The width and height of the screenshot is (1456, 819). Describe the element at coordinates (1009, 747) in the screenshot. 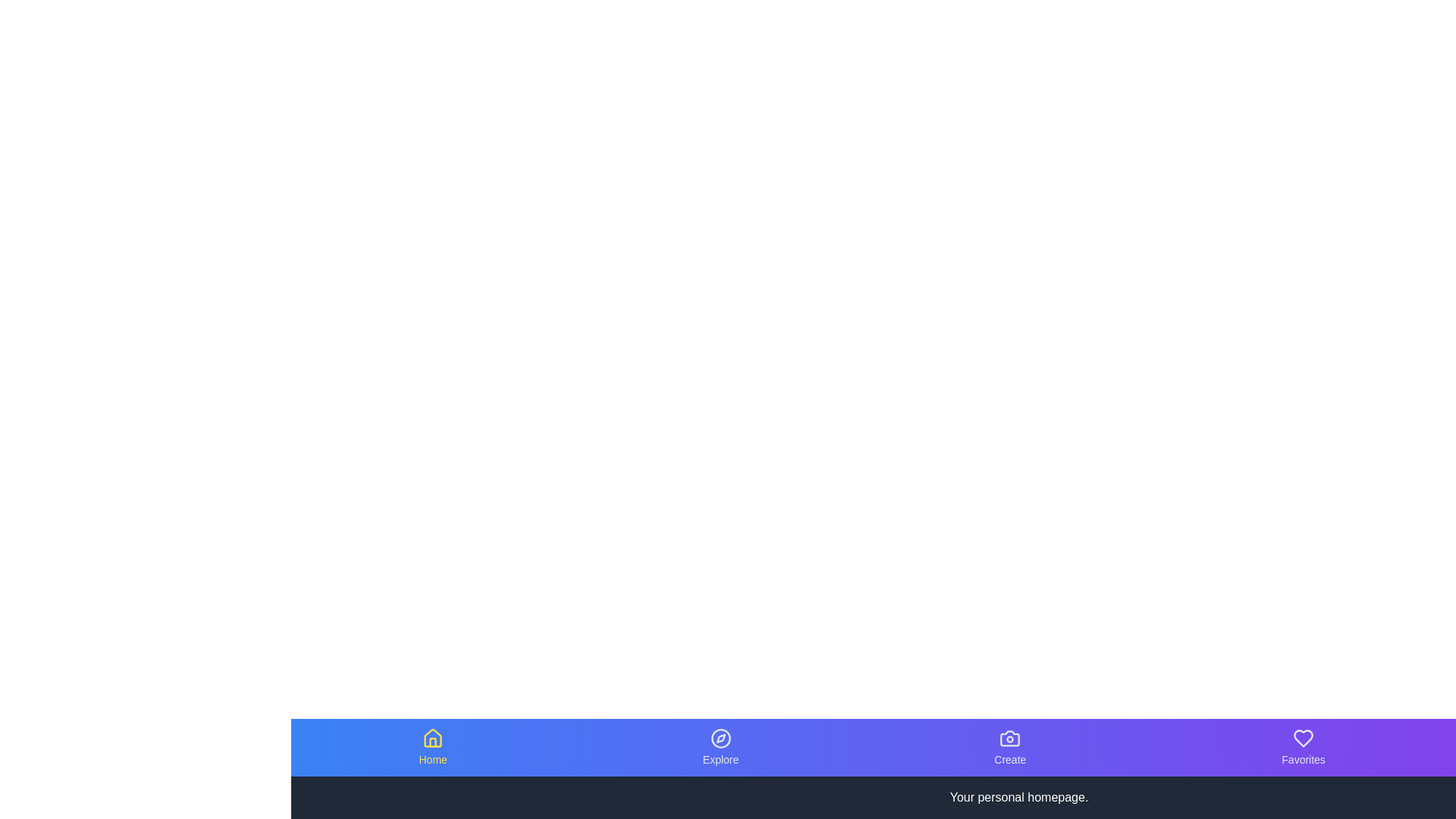

I see `the Create tab in the bottom navigation bar` at that location.